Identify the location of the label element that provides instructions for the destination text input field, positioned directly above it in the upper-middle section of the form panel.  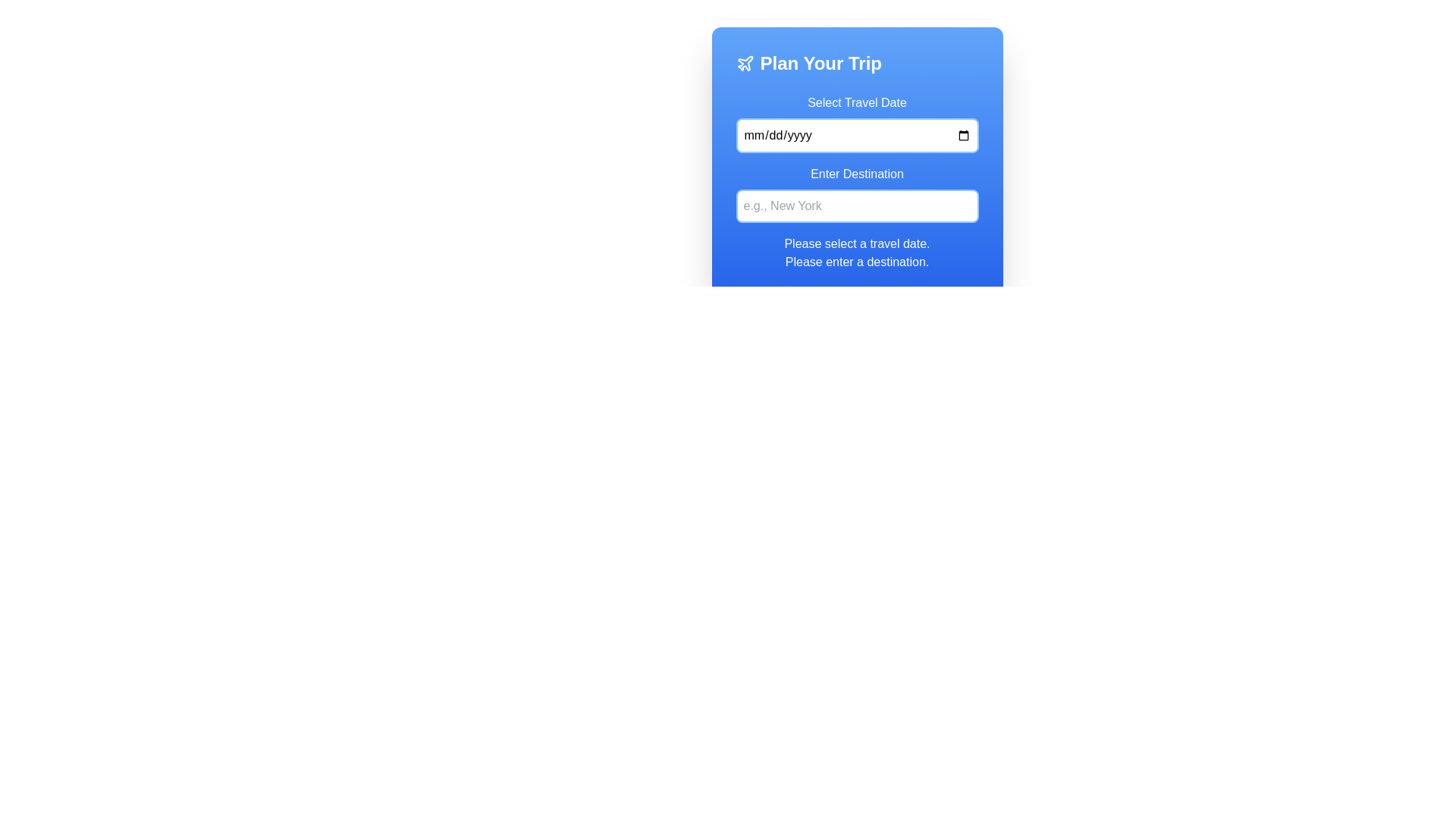
(857, 174).